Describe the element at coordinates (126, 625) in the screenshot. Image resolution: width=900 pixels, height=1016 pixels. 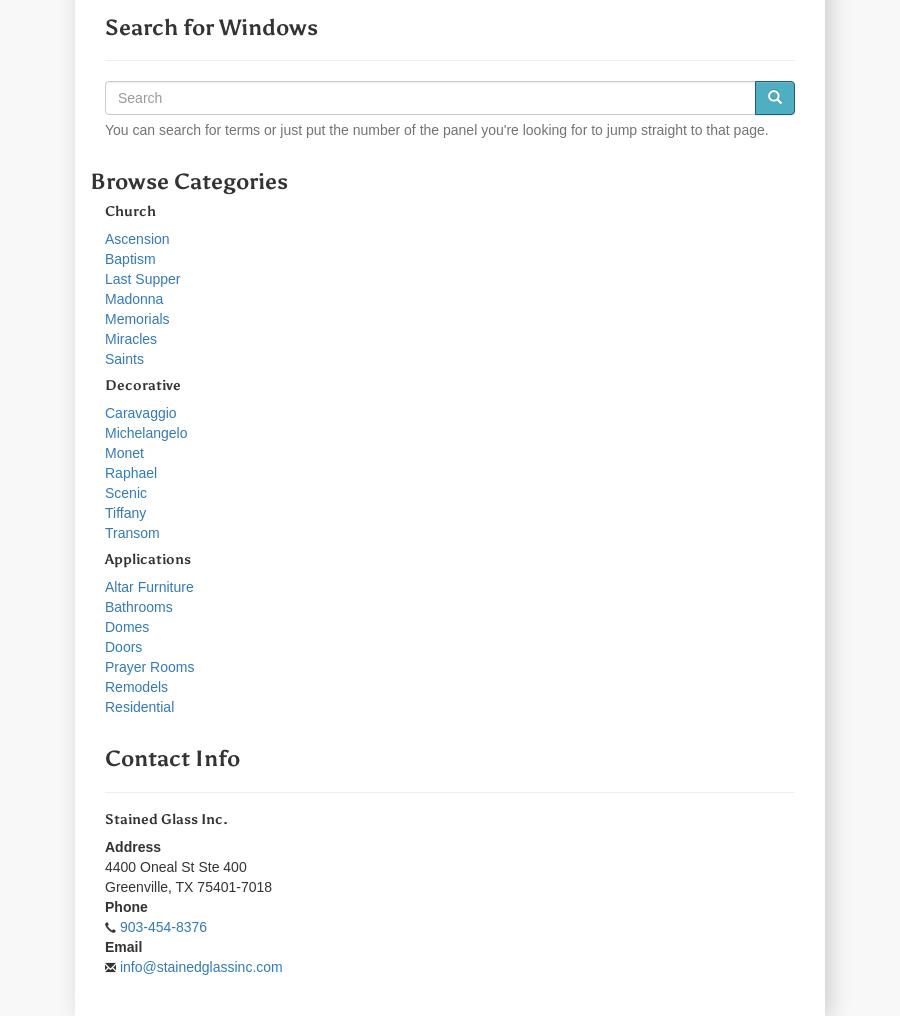
I see `'Domes'` at that location.